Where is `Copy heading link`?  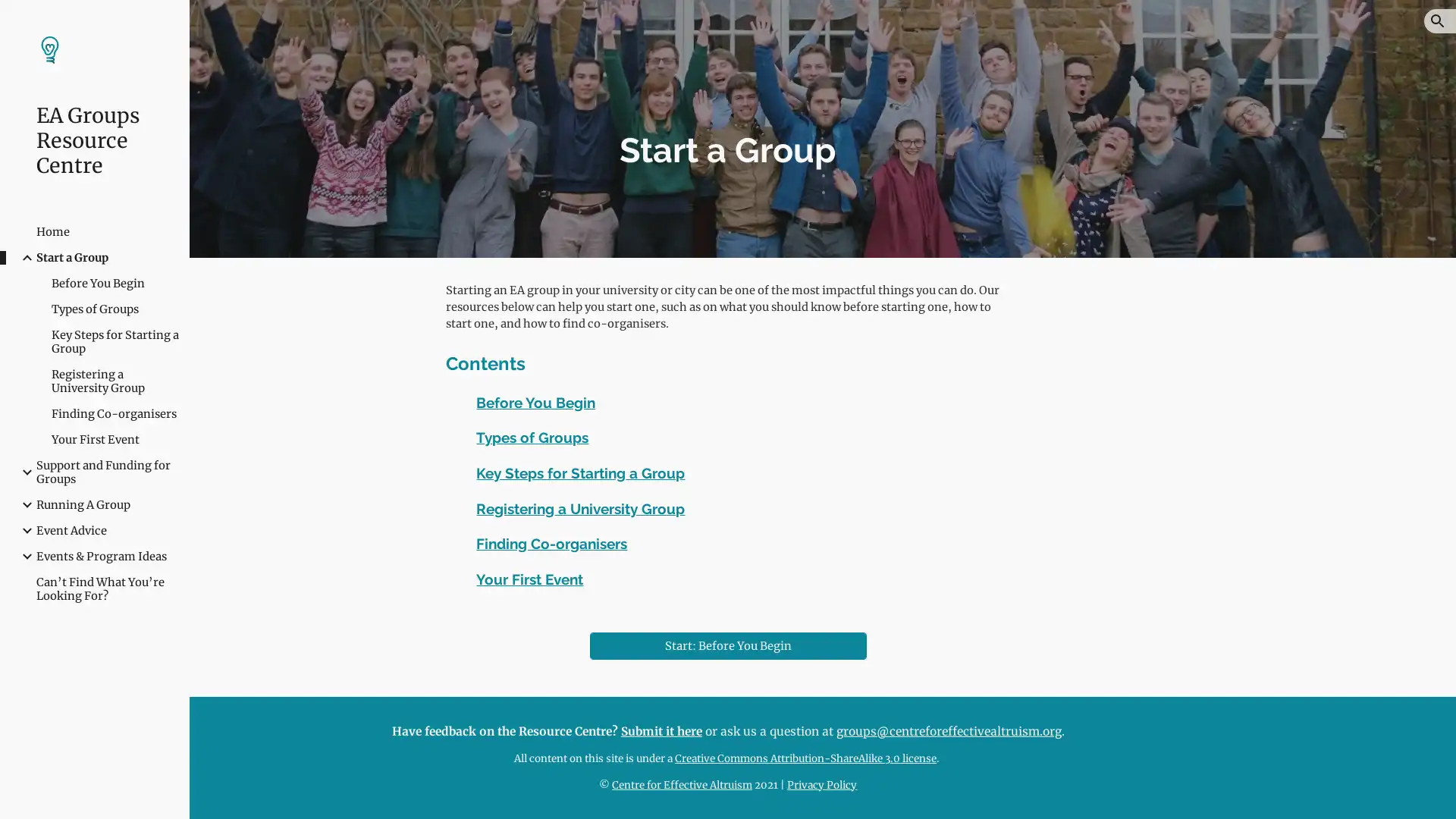
Copy heading link is located at coordinates (796, 472).